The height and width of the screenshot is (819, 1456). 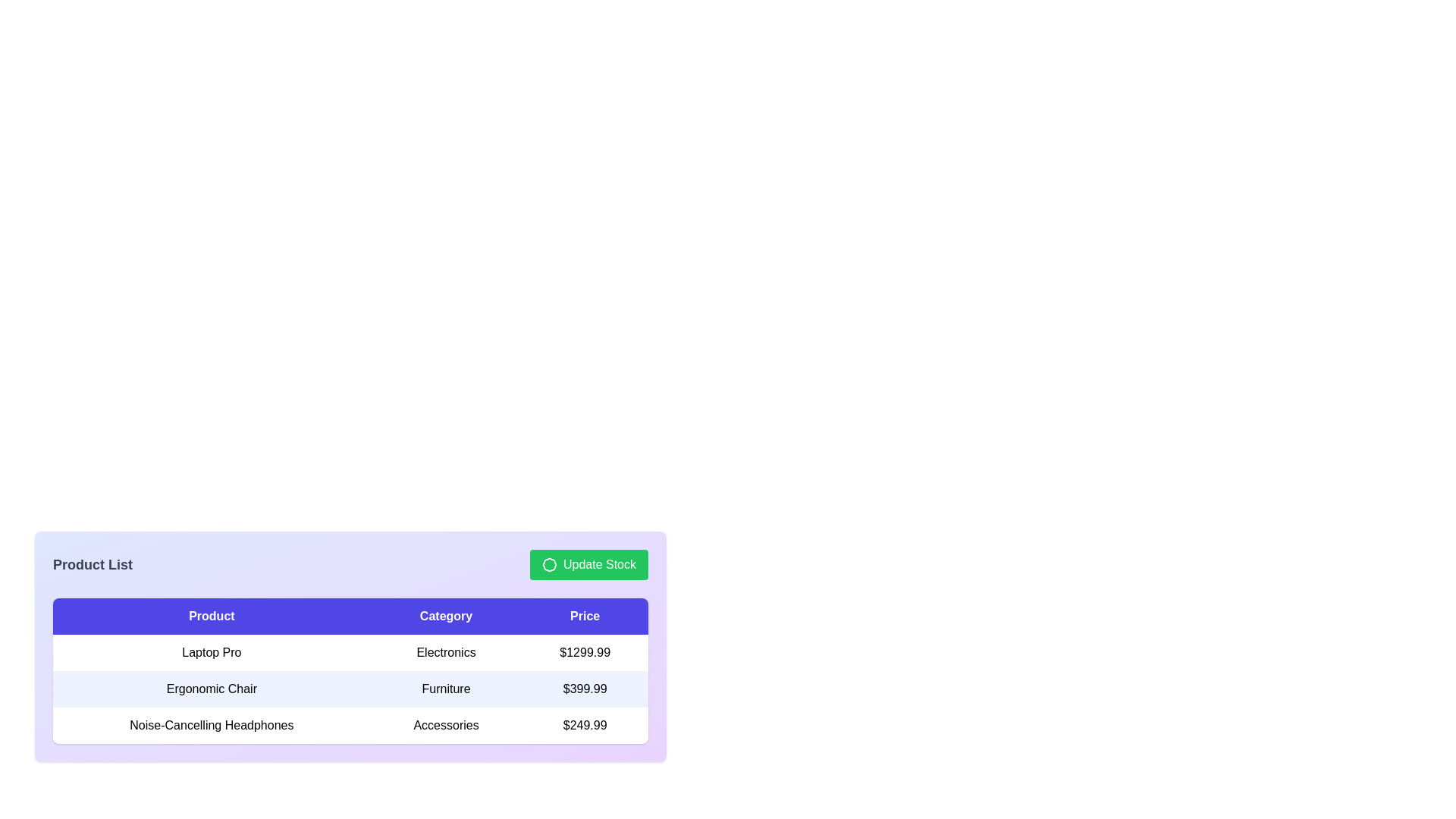 I want to click on the text label displaying 'Noise-Cancelling Headphones' in the first cell of the last row of the product table, so click(x=211, y=724).